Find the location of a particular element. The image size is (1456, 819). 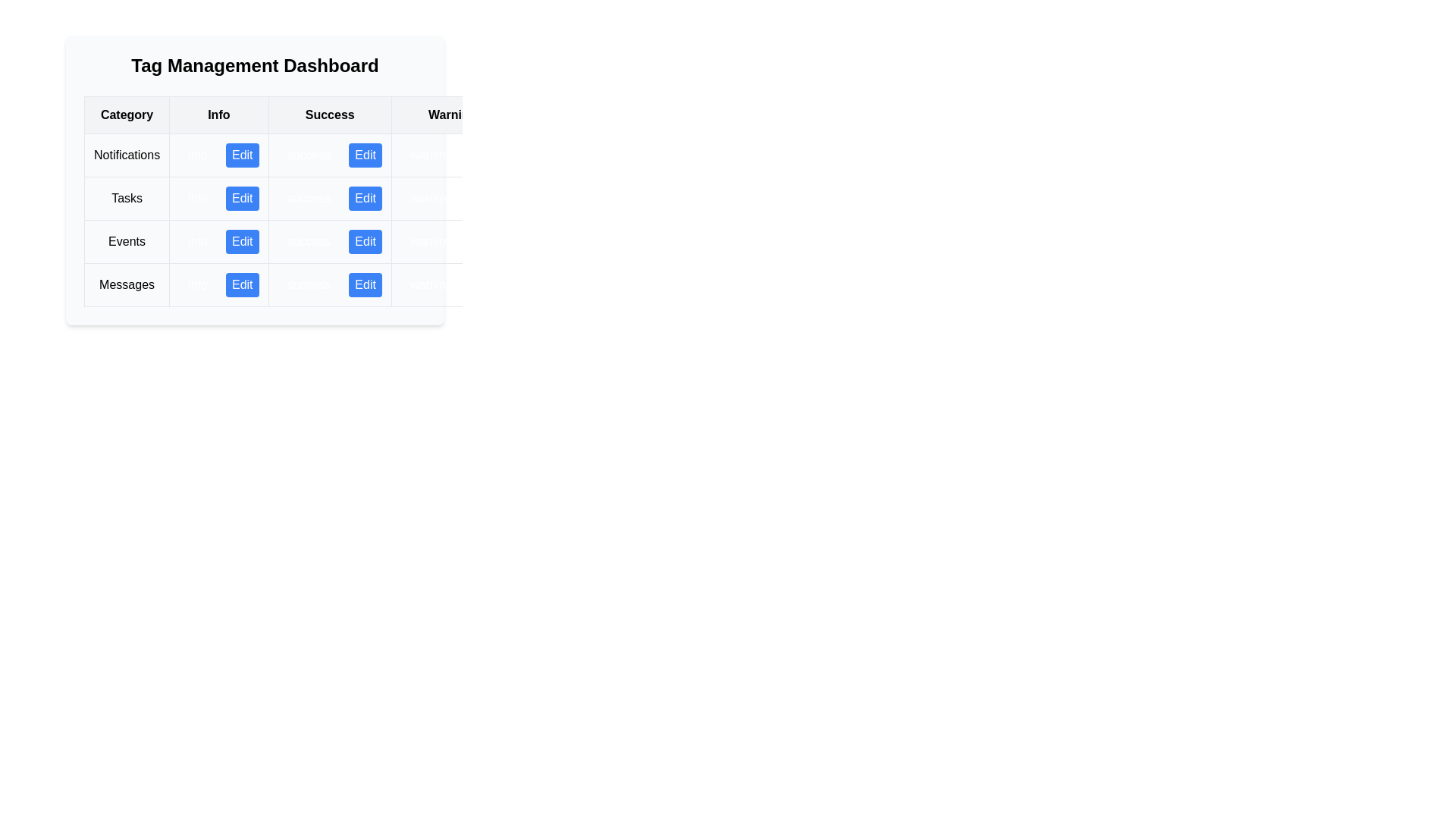

the 'Edit' button within the 'Messages' row in the table is located at coordinates (218, 284).